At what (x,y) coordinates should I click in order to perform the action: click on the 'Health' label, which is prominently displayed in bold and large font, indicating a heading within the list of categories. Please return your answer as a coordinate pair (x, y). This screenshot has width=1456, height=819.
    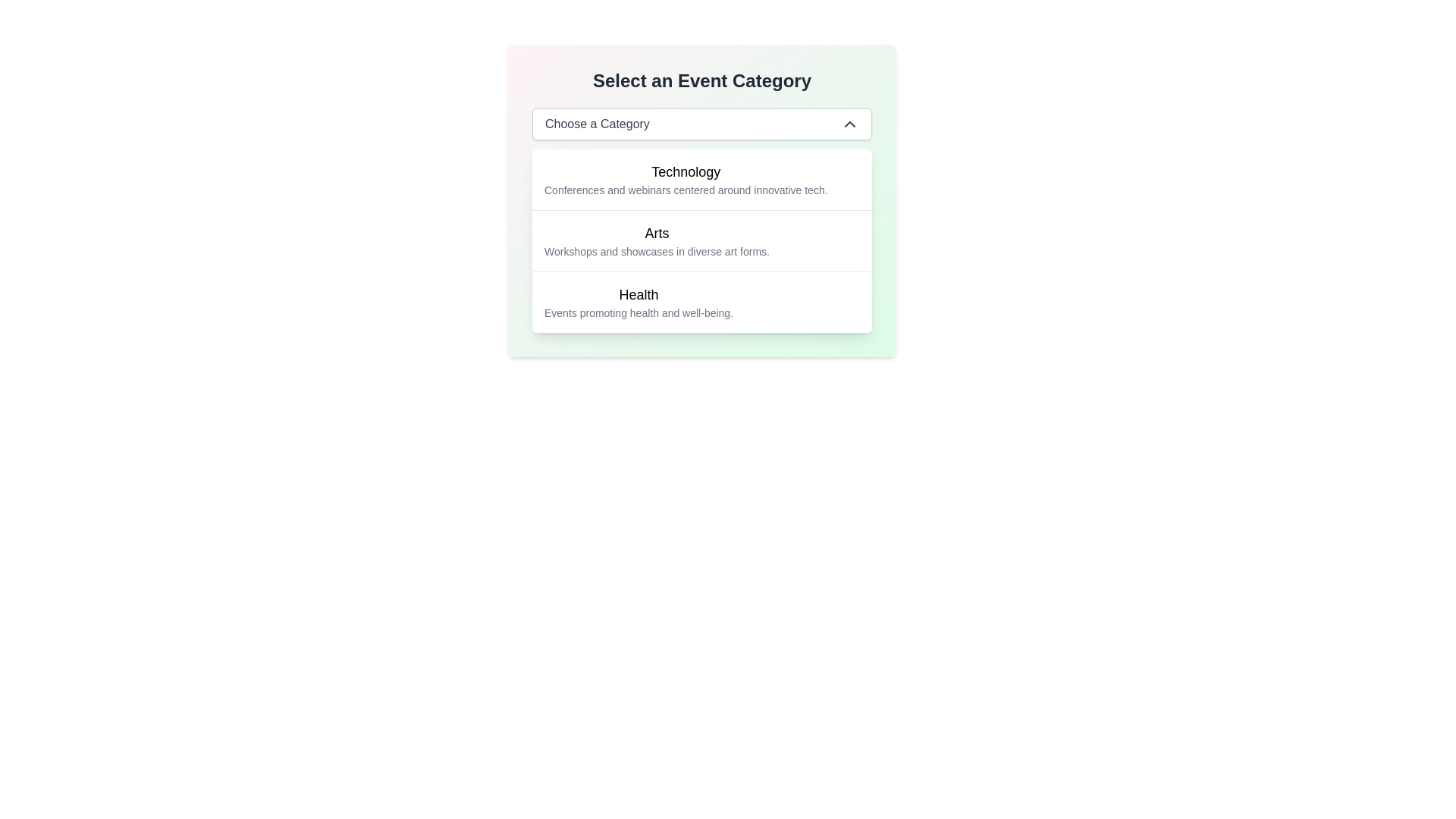
    Looking at the image, I should click on (639, 295).